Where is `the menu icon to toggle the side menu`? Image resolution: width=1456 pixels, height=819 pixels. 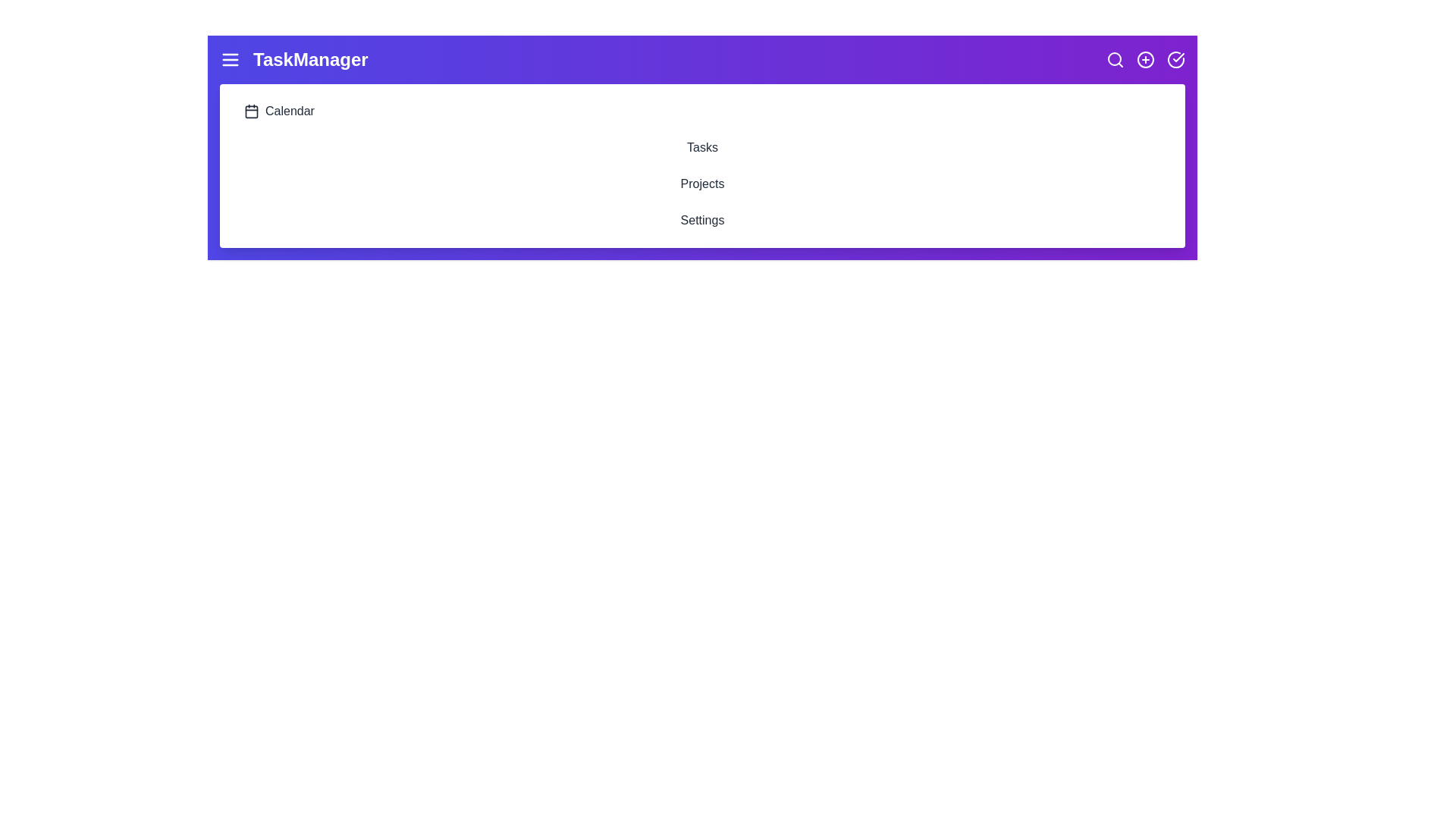
the menu icon to toggle the side menu is located at coordinates (229, 58).